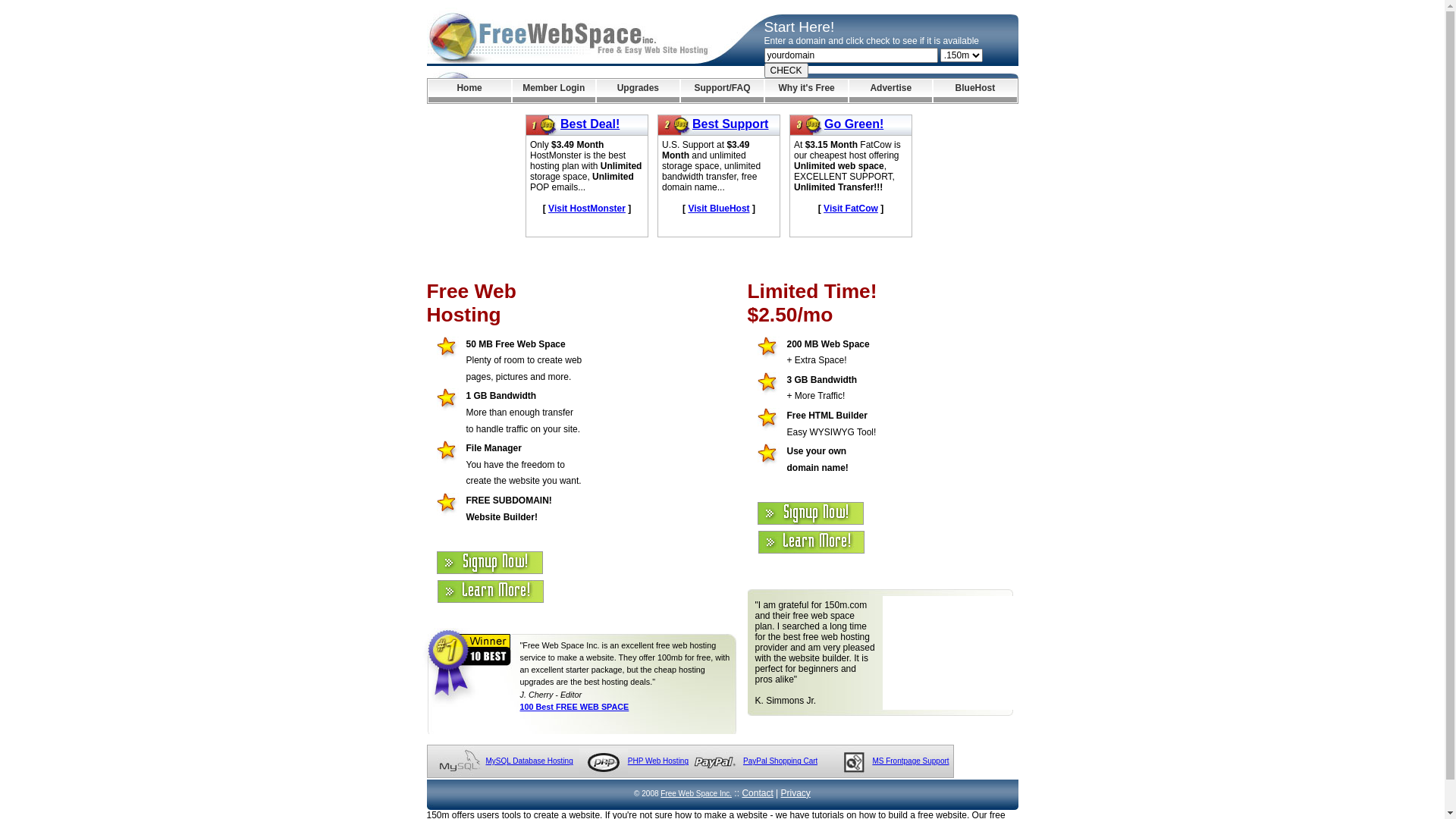 This screenshot has height=819, width=1456. What do you see at coordinates (757, 792) in the screenshot?
I see `'Contact'` at bounding box center [757, 792].